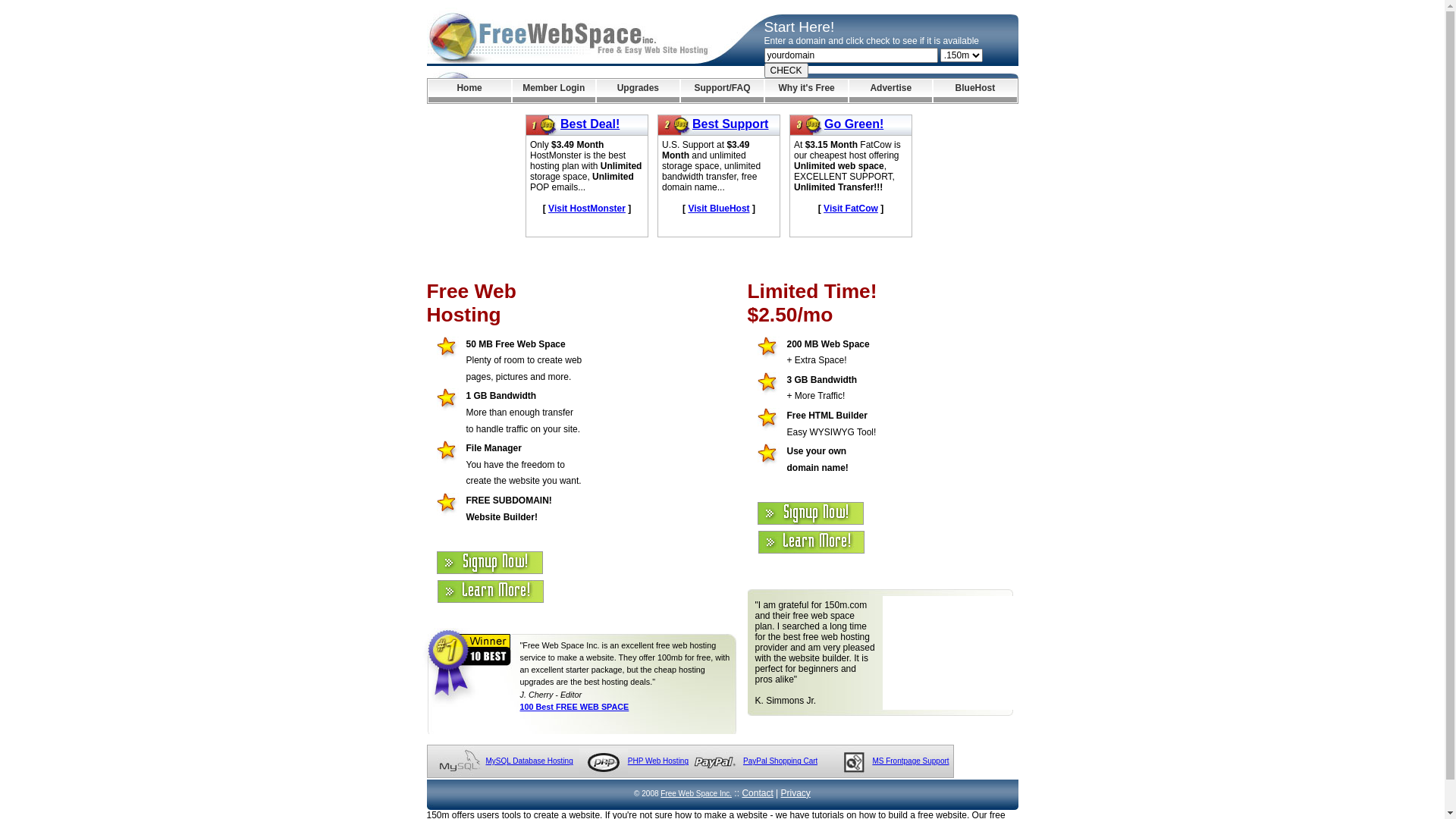 This screenshot has height=819, width=1456. What do you see at coordinates (757, 792) in the screenshot?
I see `'Contact'` at bounding box center [757, 792].